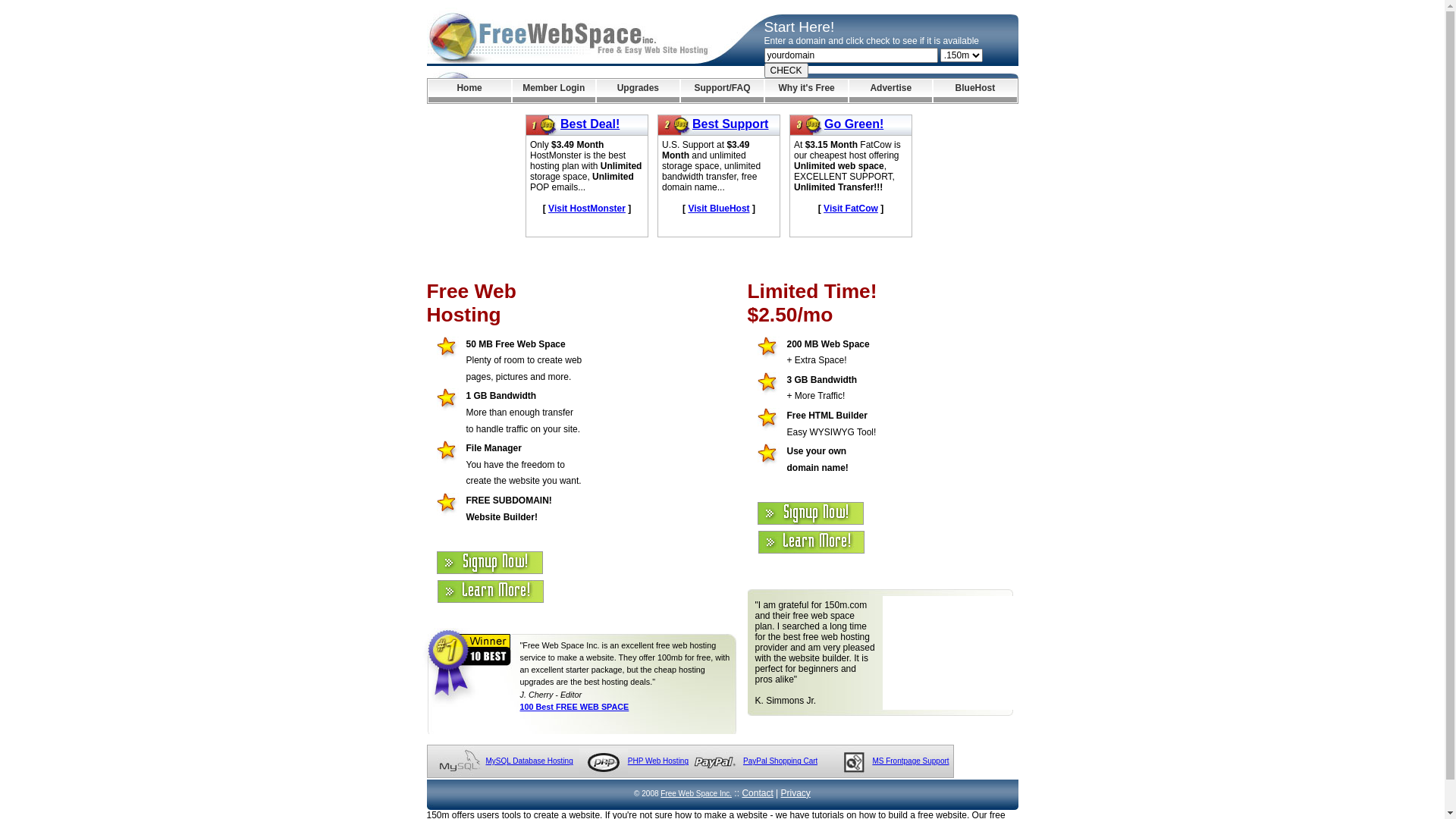 This screenshot has height=819, width=1456. What do you see at coordinates (757, 792) in the screenshot?
I see `'Contact'` at bounding box center [757, 792].